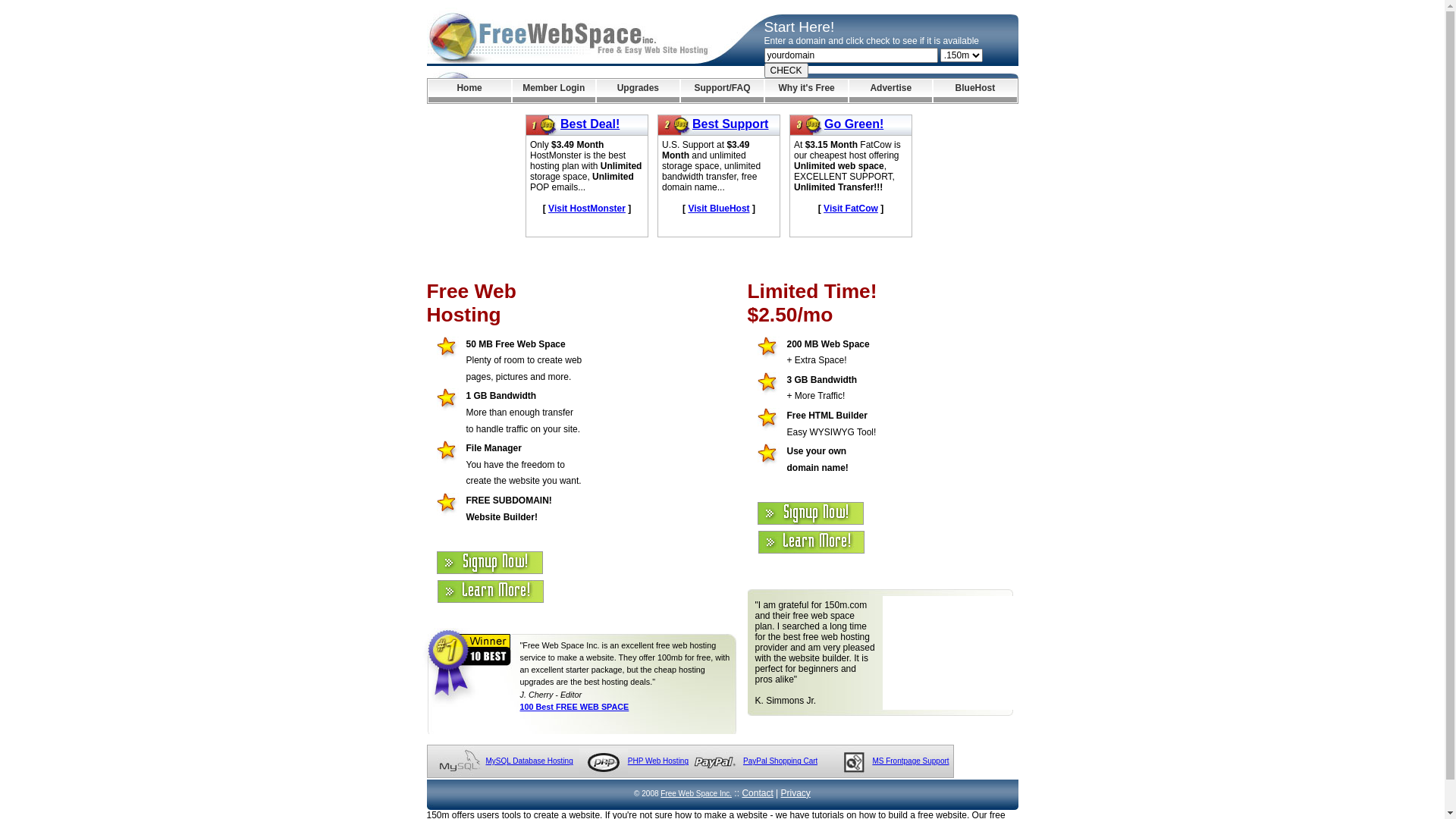 This screenshot has height=819, width=1456. What do you see at coordinates (757, 792) in the screenshot?
I see `'Contact'` at bounding box center [757, 792].